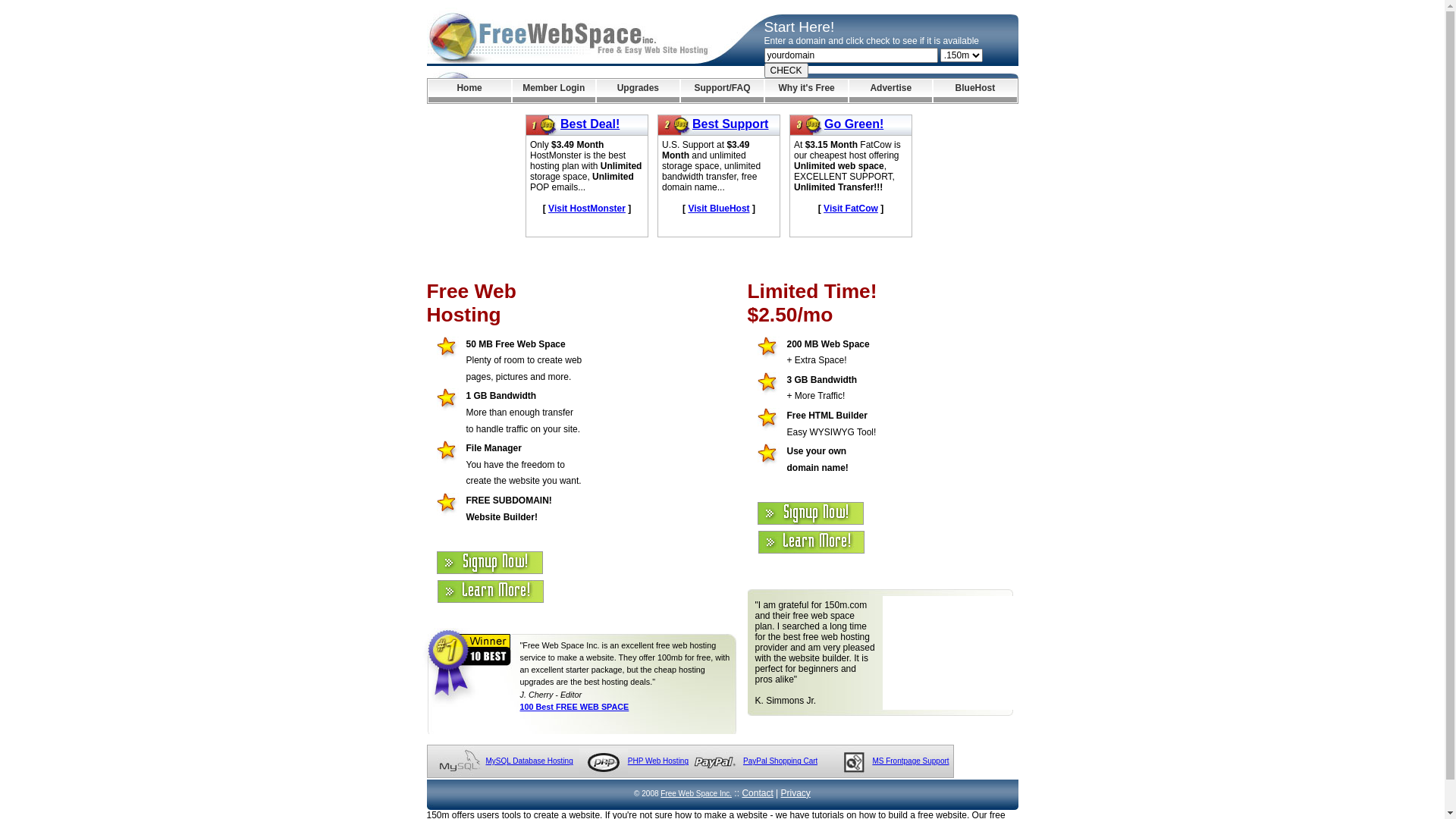 This screenshot has height=819, width=1456. What do you see at coordinates (757, 792) in the screenshot?
I see `'Contact'` at bounding box center [757, 792].